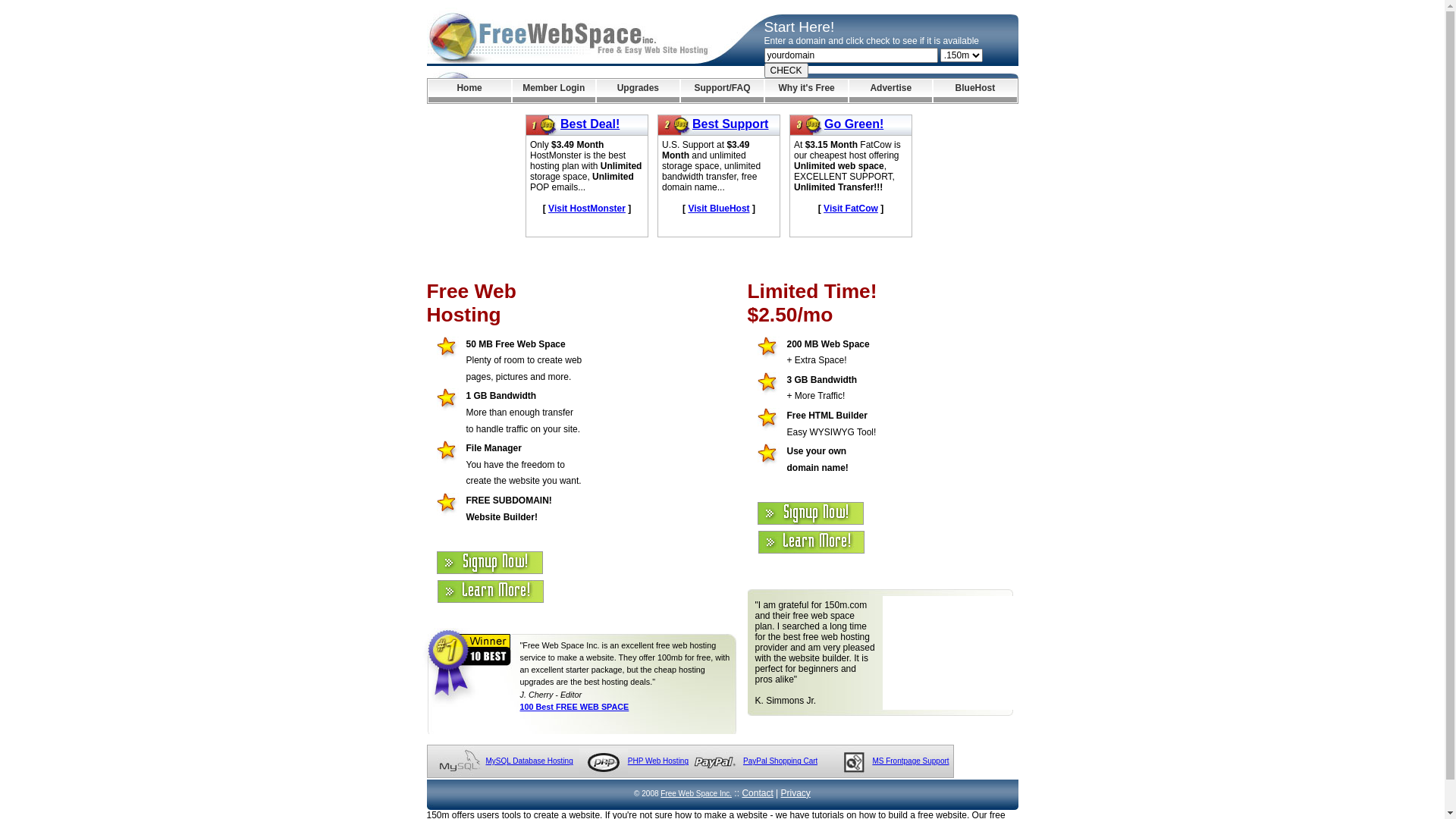 This screenshot has height=819, width=1456. What do you see at coordinates (757, 792) in the screenshot?
I see `'Contact'` at bounding box center [757, 792].